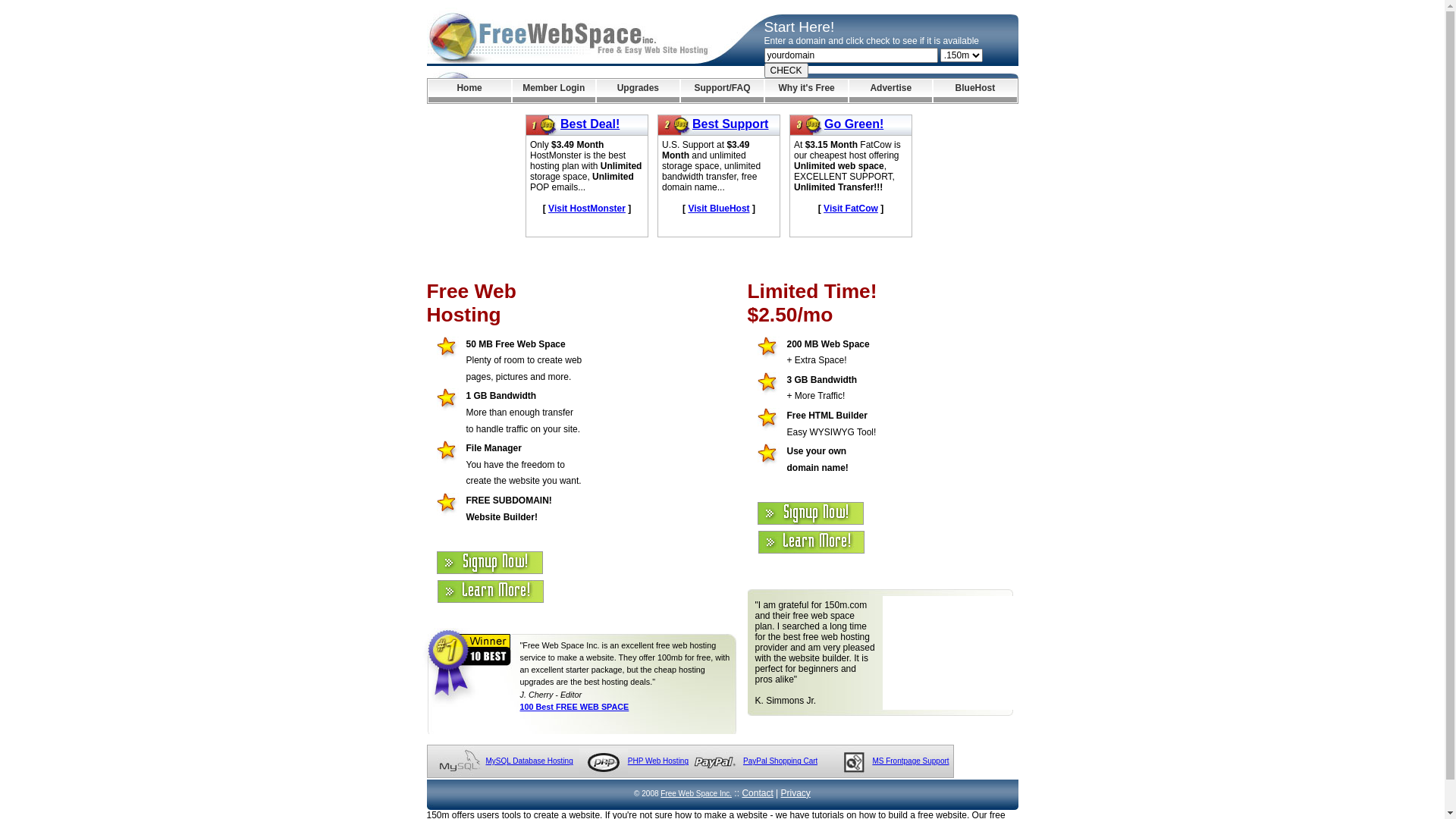 This screenshot has height=819, width=1456. What do you see at coordinates (757, 792) in the screenshot?
I see `'Contact'` at bounding box center [757, 792].